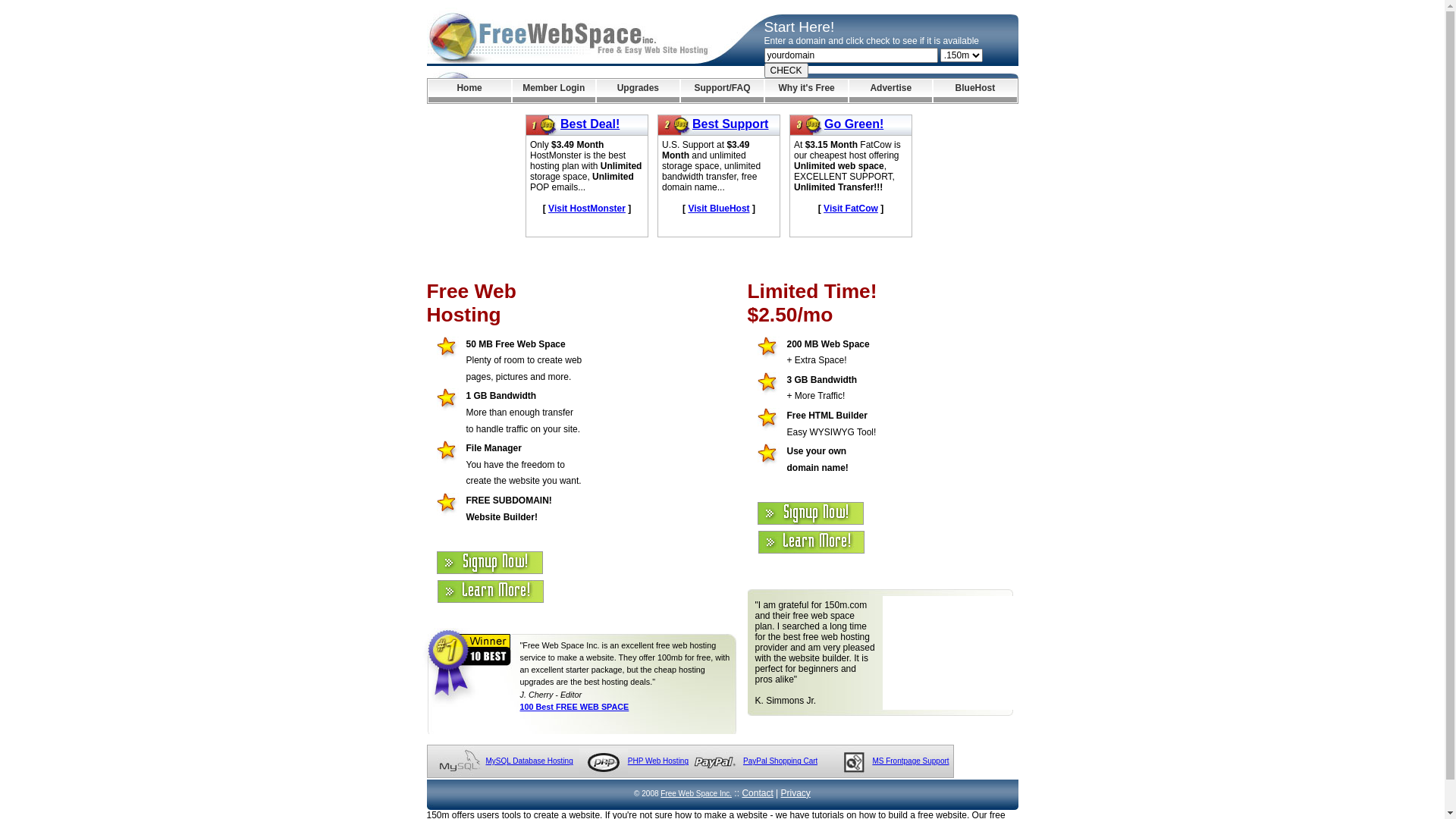 This screenshot has height=819, width=1456. What do you see at coordinates (757, 792) in the screenshot?
I see `'Contact'` at bounding box center [757, 792].